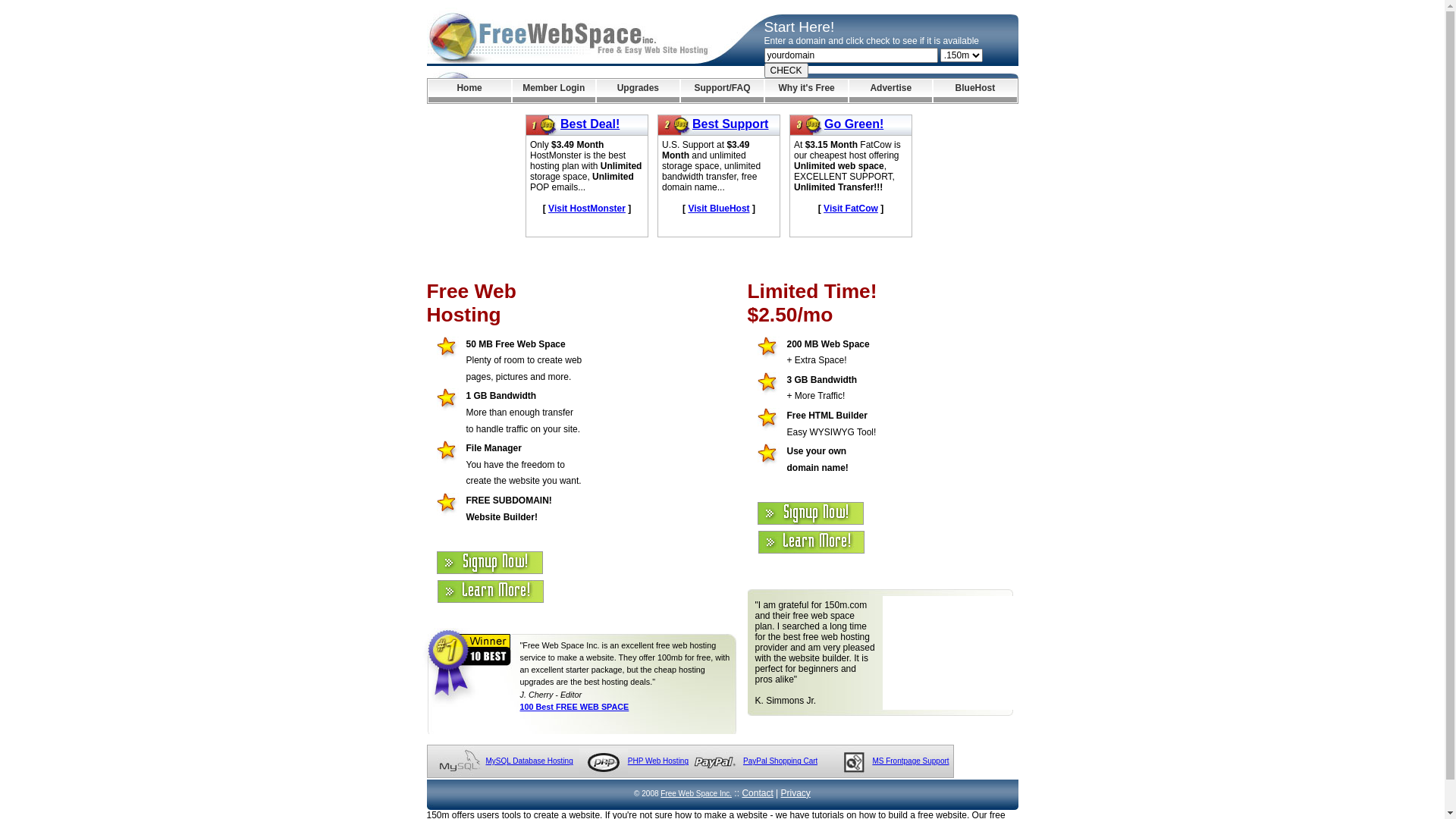 This screenshot has height=819, width=1456. What do you see at coordinates (757, 792) in the screenshot?
I see `'Contact'` at bounding box center [757, 792].